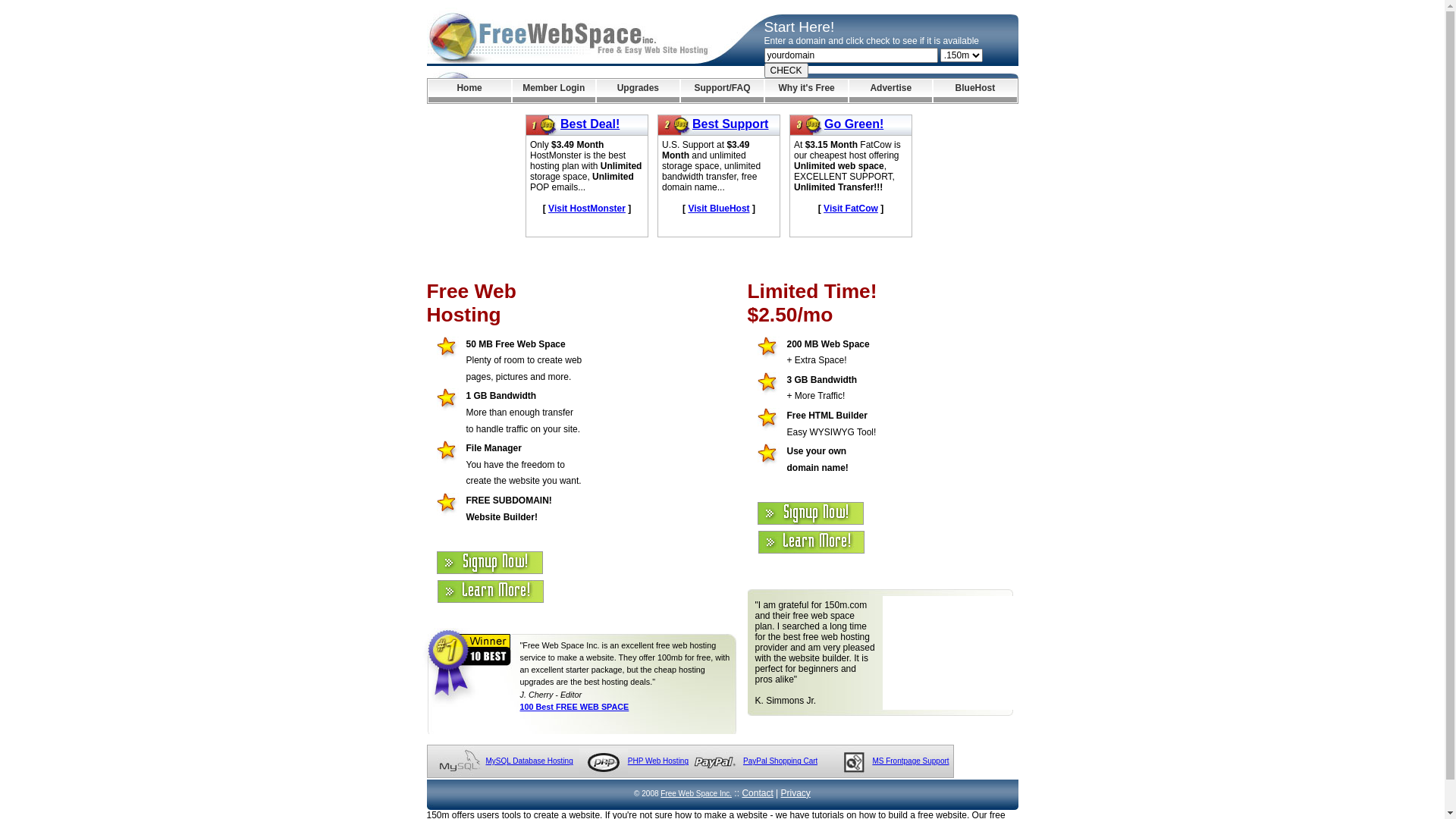 This screenshot has height=819, width=1456. What do you see at coordinates (757, 792) in the screenshot?
I see `'Contact'` at bounding box center [757, 792].